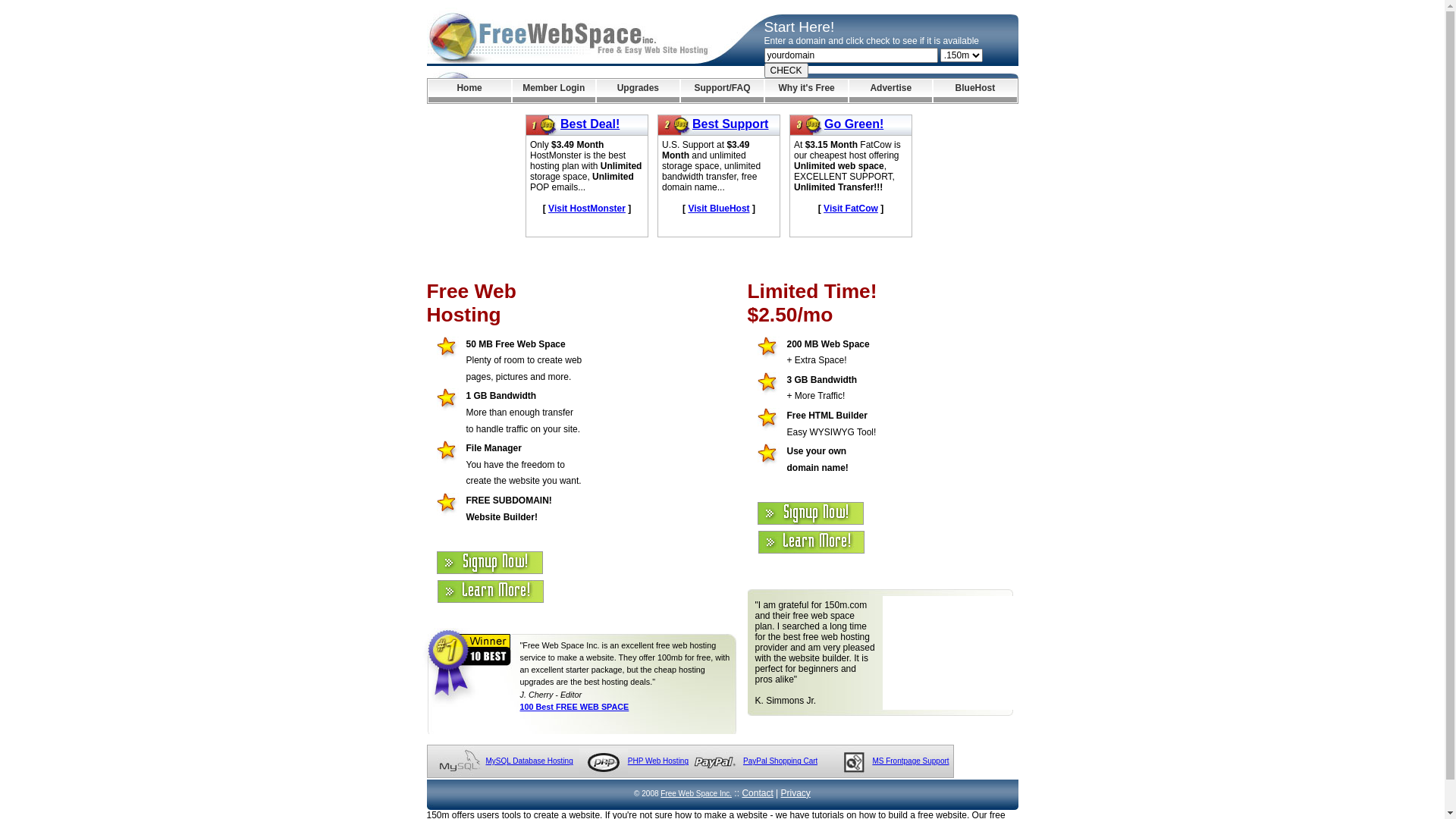 This screenshot has height=819, width=1456. What do you see at coordinates (757, 792) in the screenshot?
I see `'Contact'` at bounding box center [757, 792].